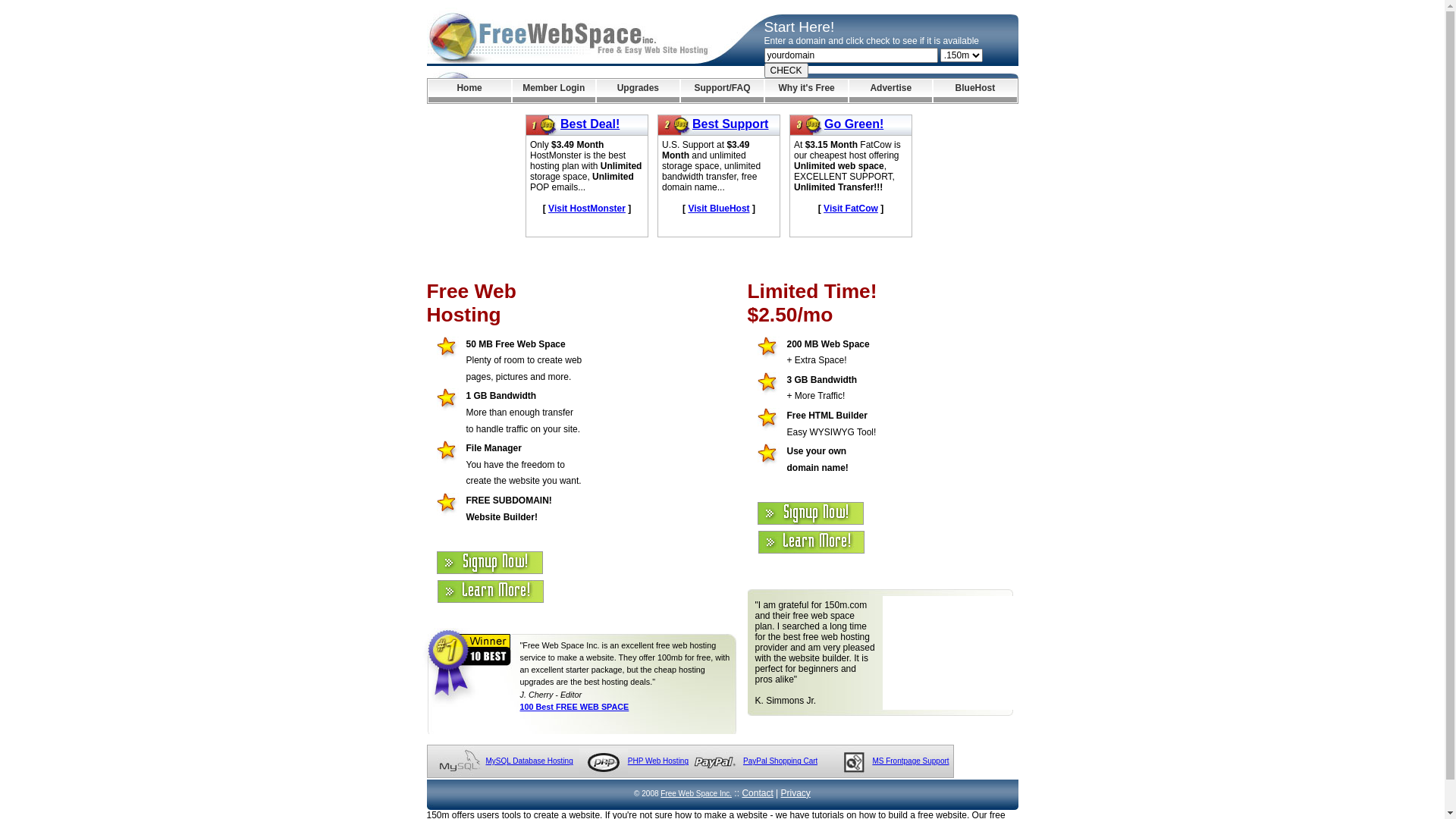 This screenshot has height=819, width=1456. What do you see at coordinates (757, 792) in the screenshot?
I see `'Contact'` at bounding box center [757, 792].